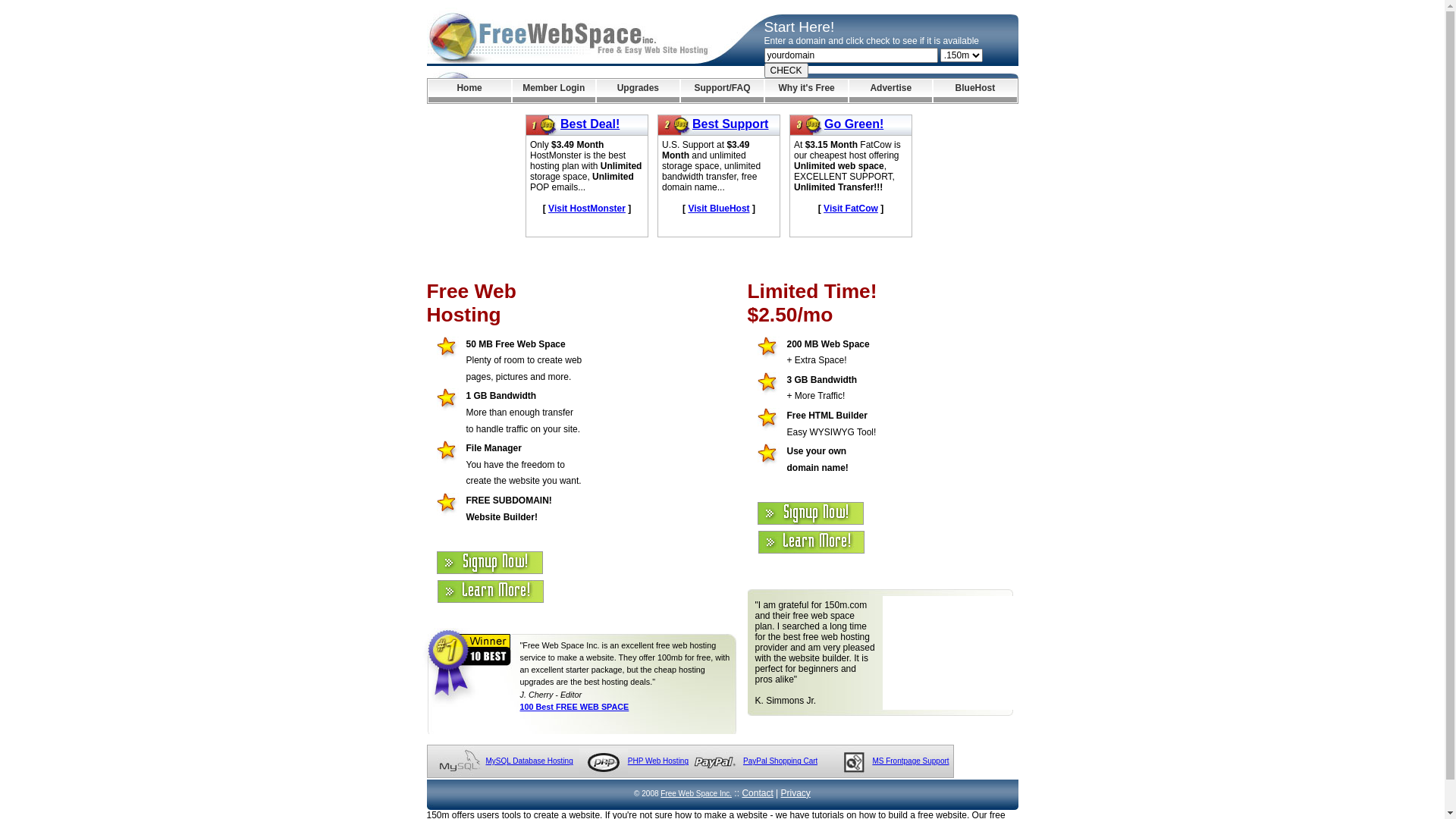 This screenshot has height=819, width=1456. What do you see at coordinates (757, 792) in the screenshot?
I see `'Contact'` at bounding box center [757, 792].